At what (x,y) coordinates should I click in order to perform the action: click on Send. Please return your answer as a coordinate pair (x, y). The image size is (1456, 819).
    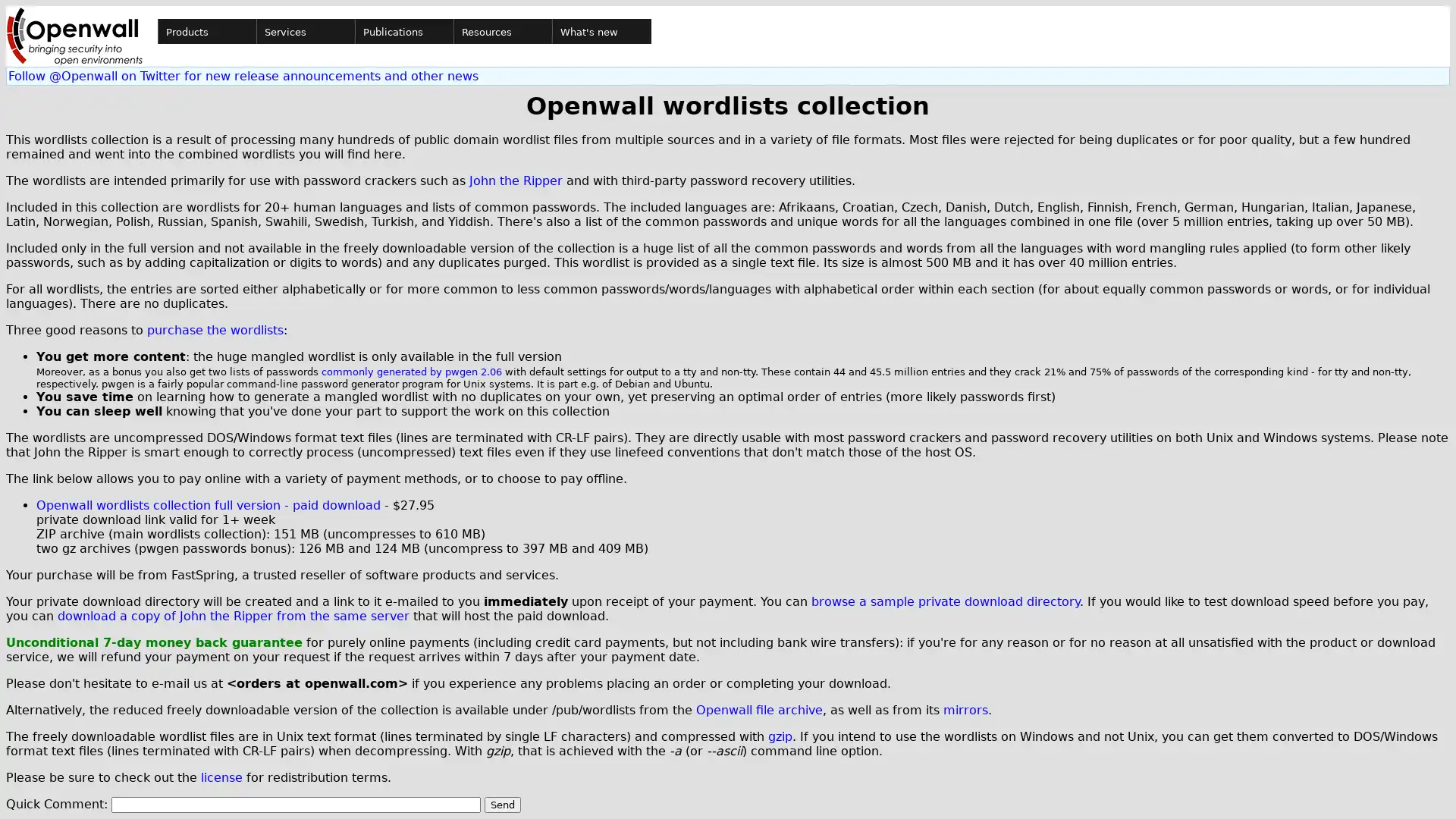
    Looking at the image, I should click on (502, 804).